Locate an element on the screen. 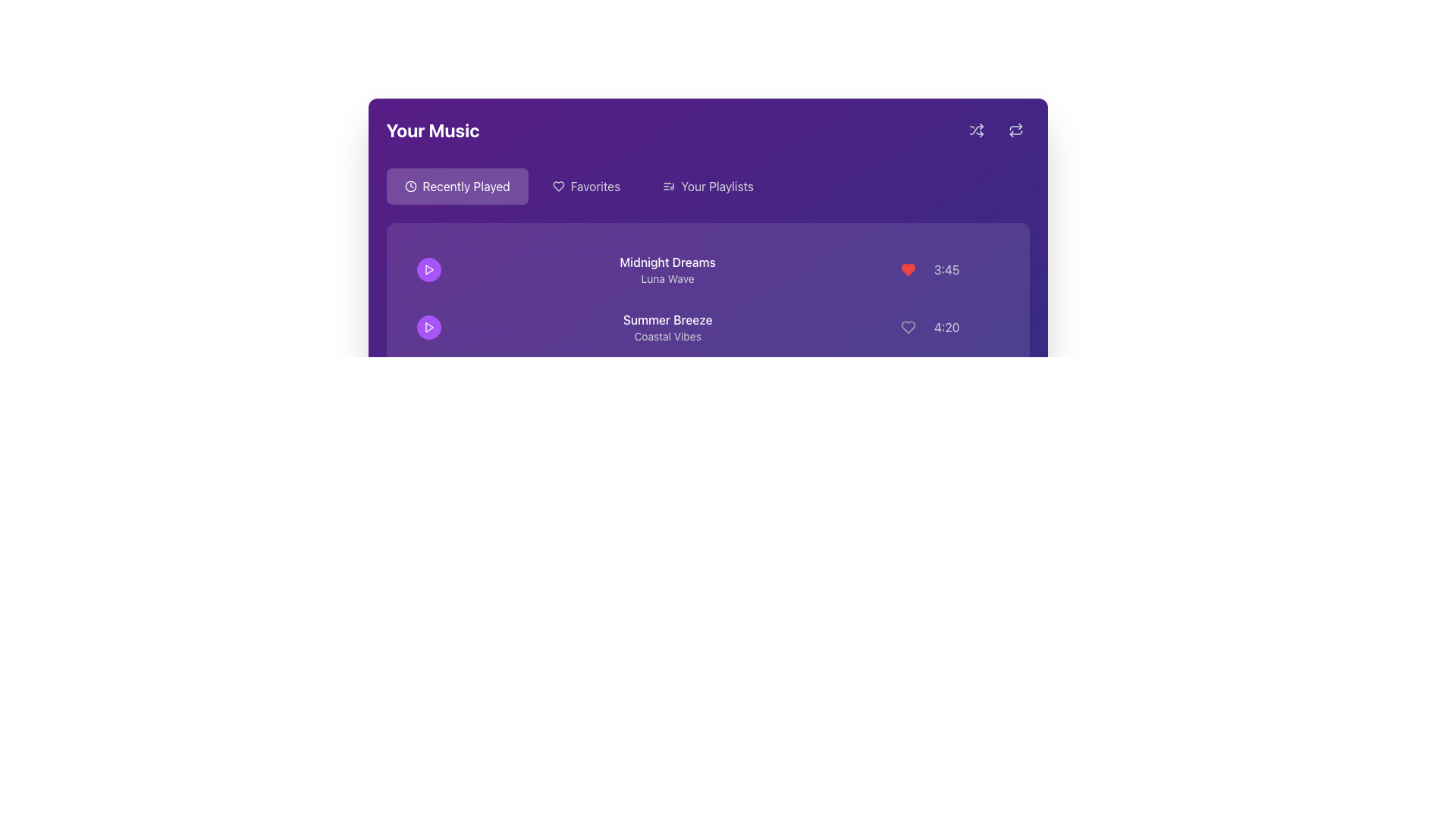  the text label that serves as the title or header for the section related to the user's music, located in the top-left section of the purple background header is located at coordinates (432, 130).